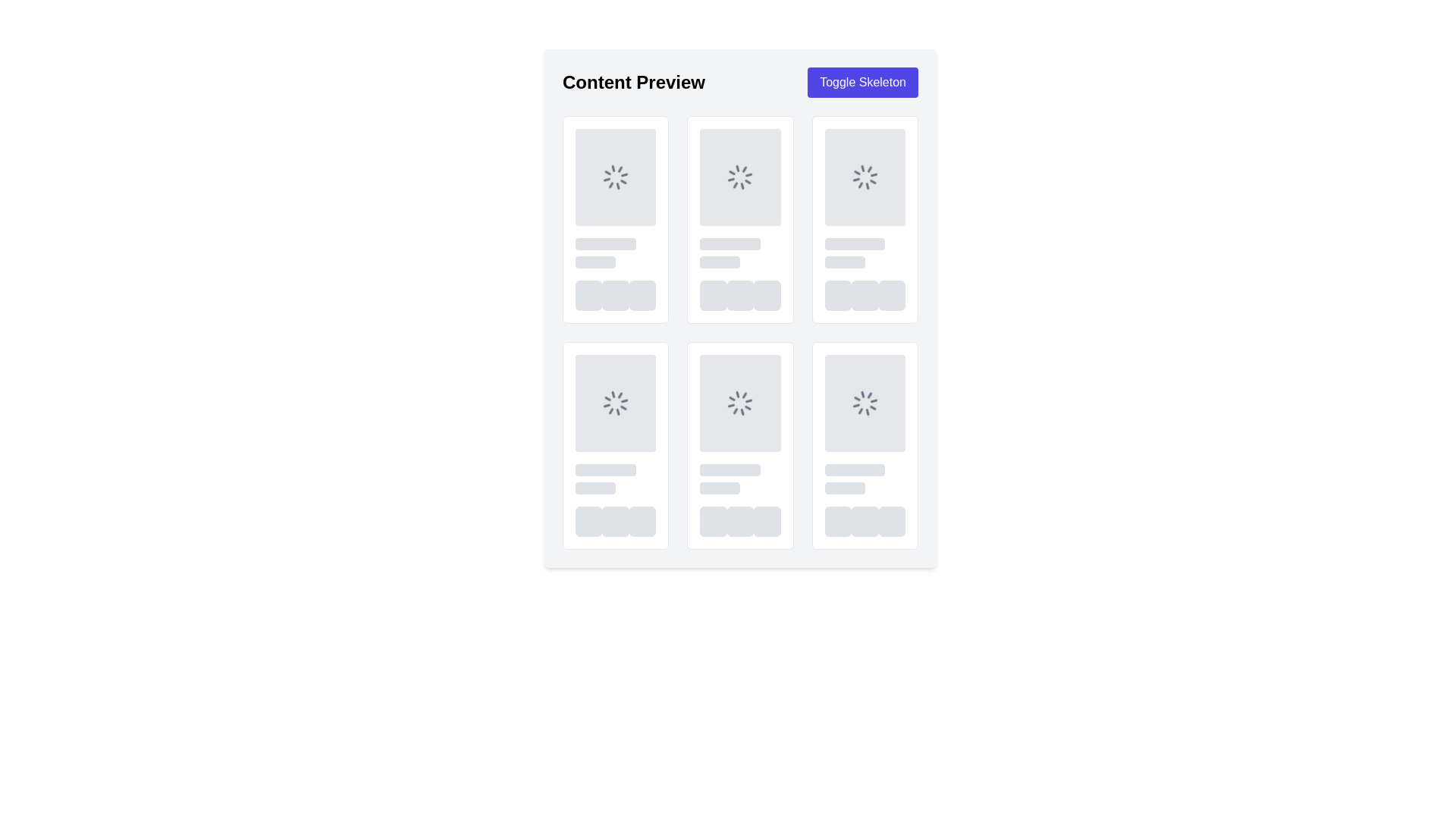 This screenshot has height=819, width=1456. I want to click on the leftmost Placeholder element with a gray background and rounded corners that features a pulsing animation in the second row of the grid, so click(588, 520).